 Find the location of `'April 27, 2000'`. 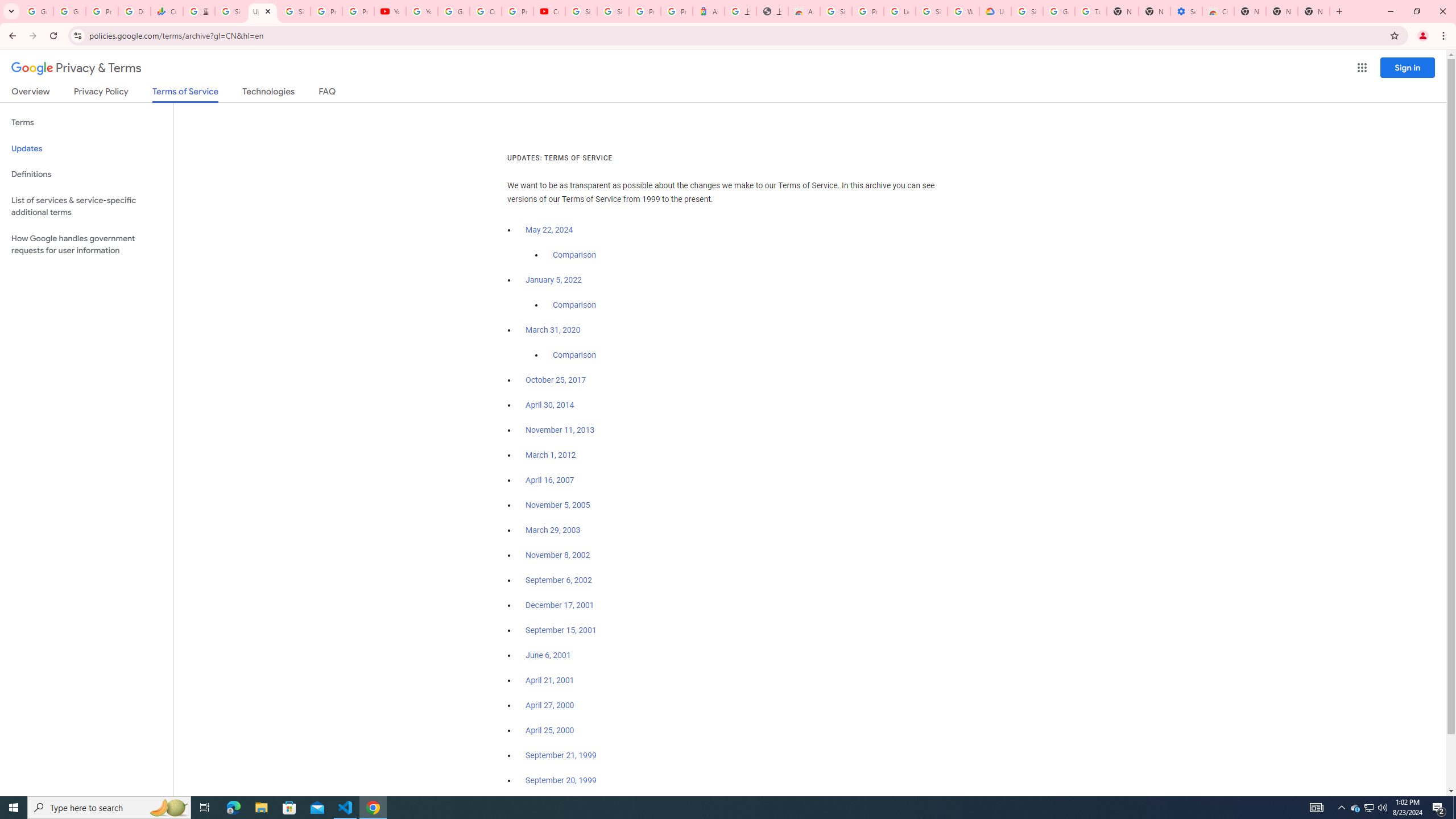

'April 27, 2000' is located at coordinates (549, 704).